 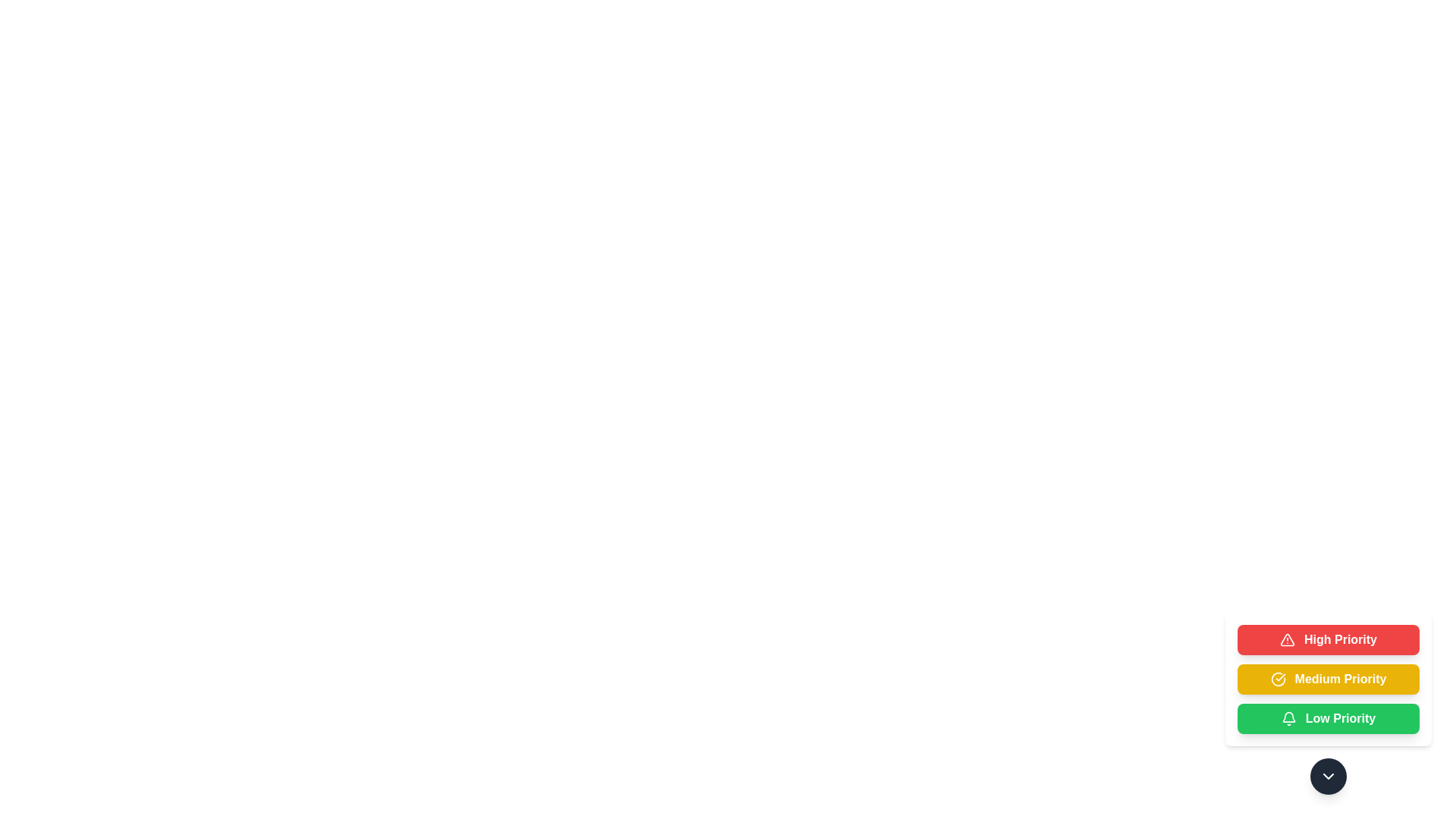 I want to click on the button labeled Low Priority, so click(x=1328, y=718).